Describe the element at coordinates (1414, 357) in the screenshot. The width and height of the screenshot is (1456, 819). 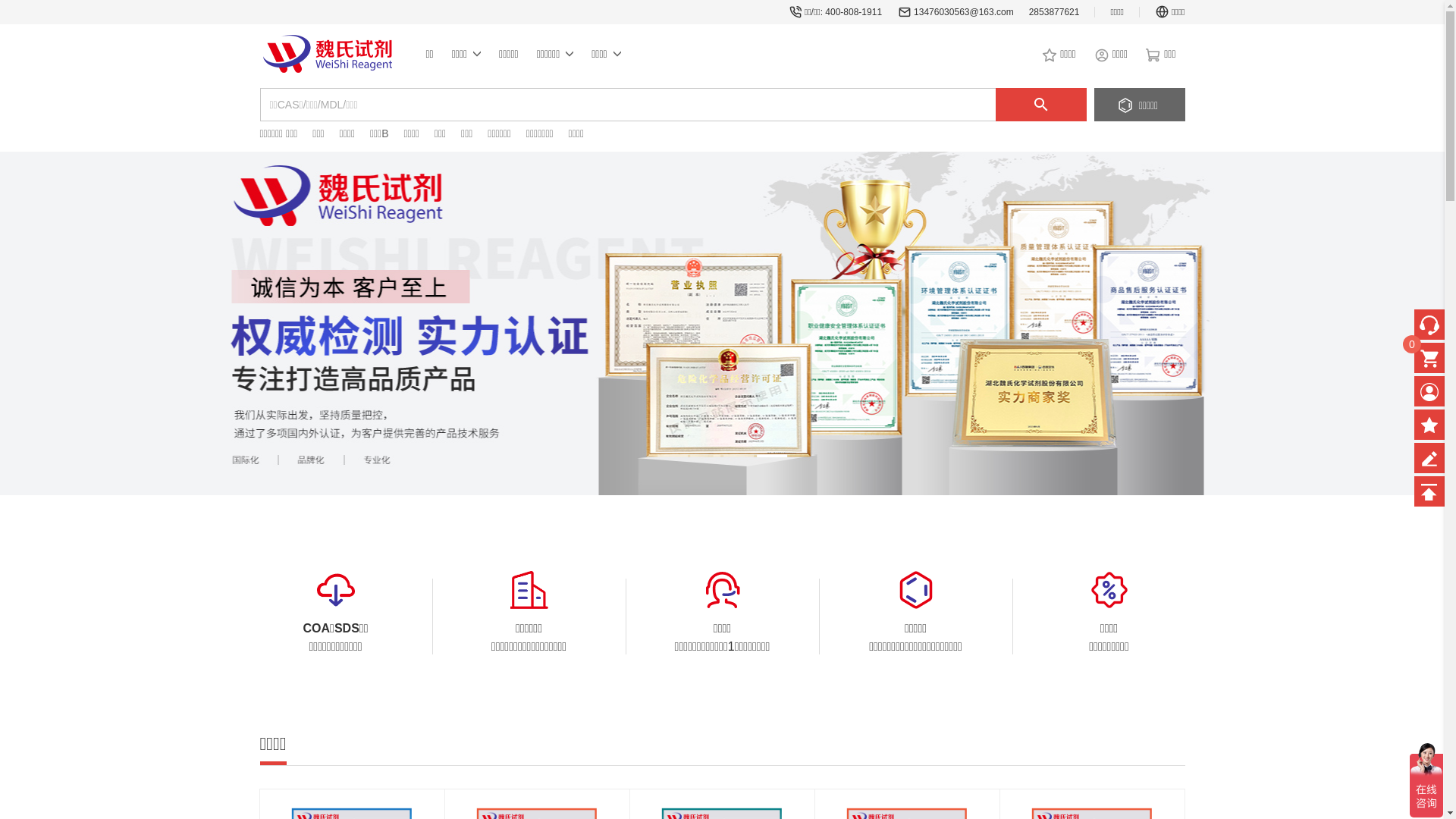
I see `'0'` at that location.